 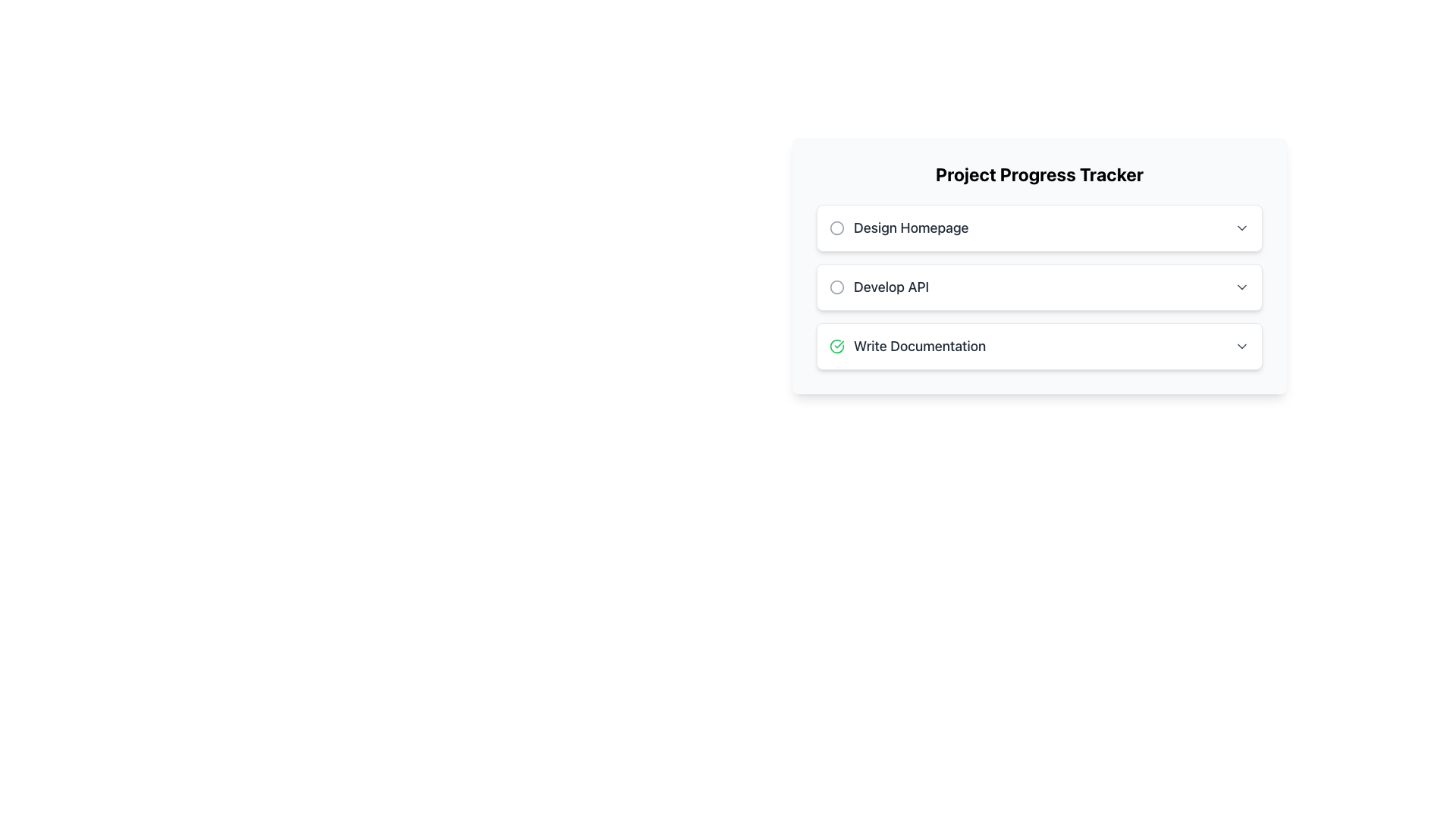 I want to click on the third list item in the 'Project Progress Tracker' section, so click(x=1039, y=346).